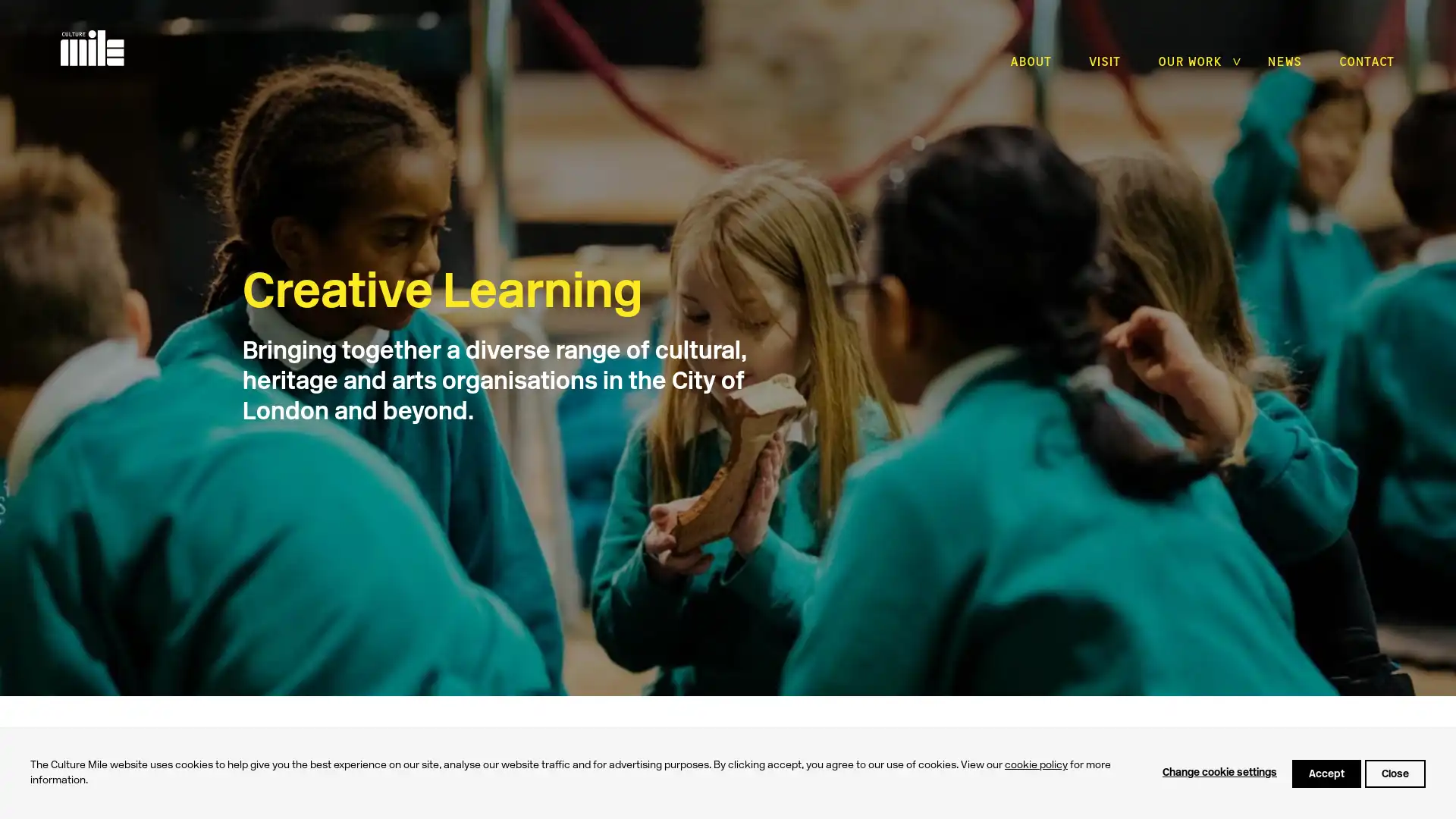  What do you see at coordinates (1219, 773) in the screenshot?
I see `Change cookie settings` at bounding box center [1219, 773].